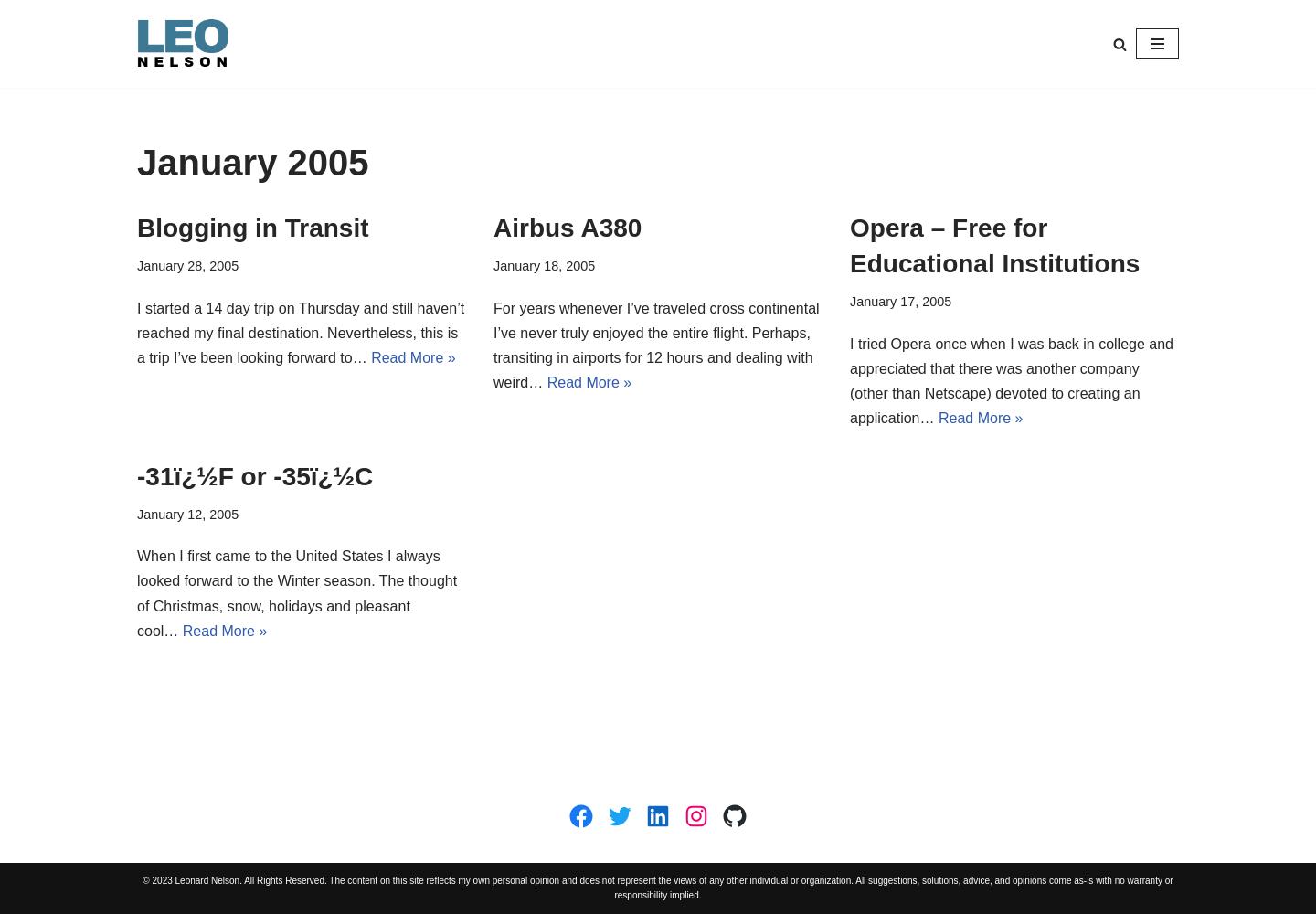 The height and width of the screenshot is (914, 1316). Describe the element at coordinates (993, 246) in the screenshot. I see `'Opera – Free for Educational Institutions'` at that location.